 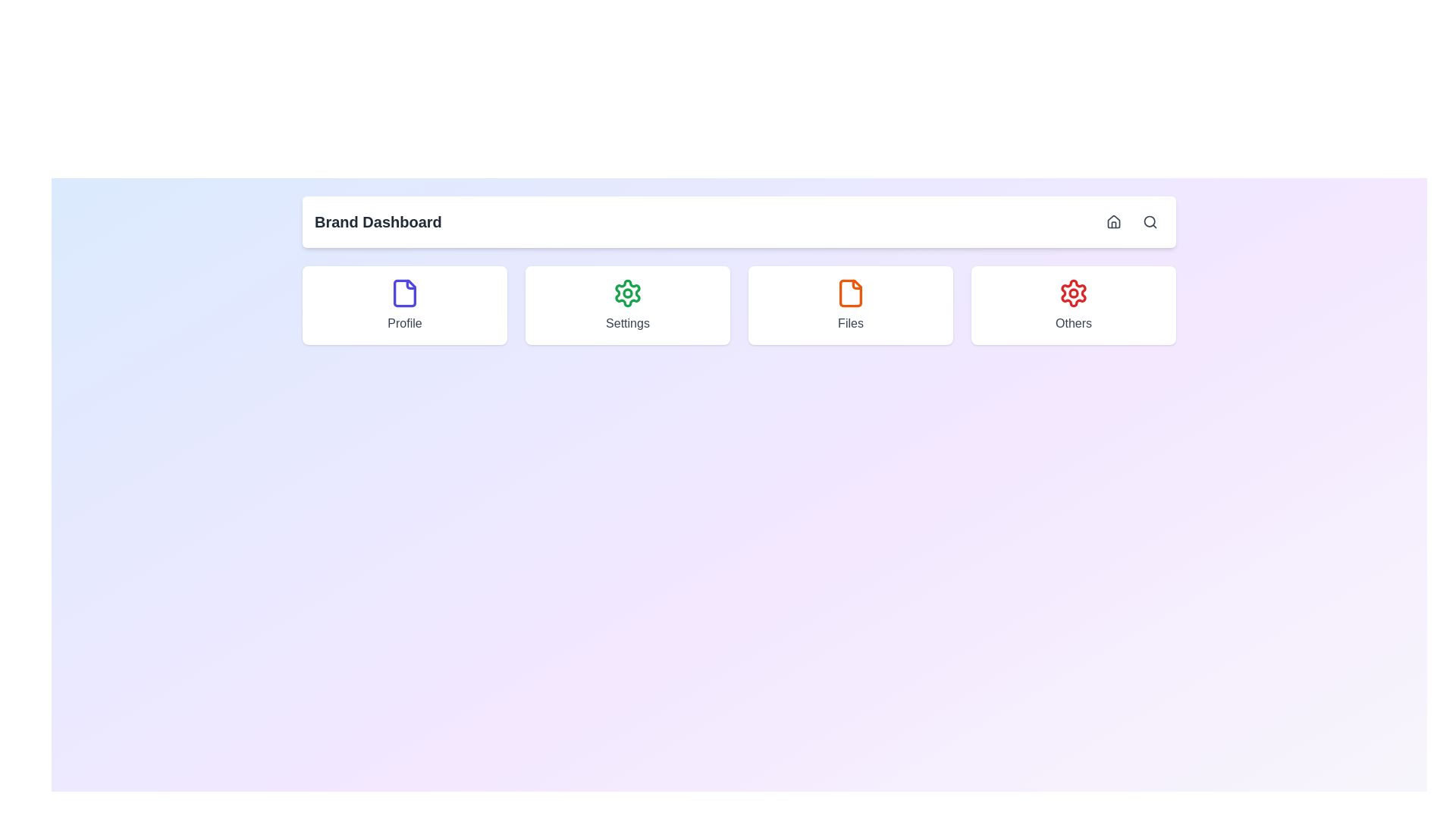 I want to click on the vibrant red cogwheel icon in the second row, third position, so click(x=1073, y=293).